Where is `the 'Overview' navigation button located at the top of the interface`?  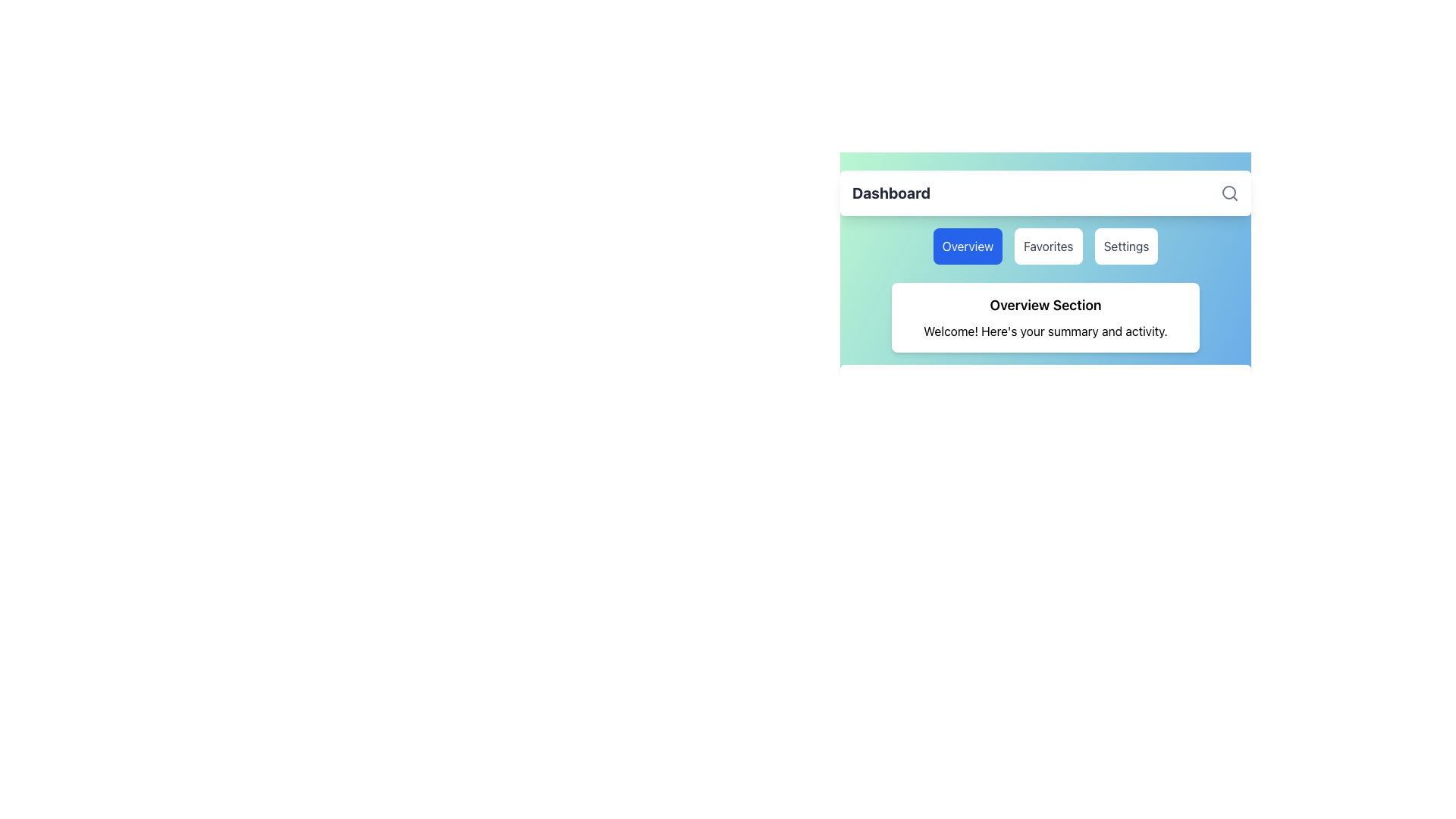
the 'Overview' navigation button located at the top of the interface is located at coordinates (967, 245).